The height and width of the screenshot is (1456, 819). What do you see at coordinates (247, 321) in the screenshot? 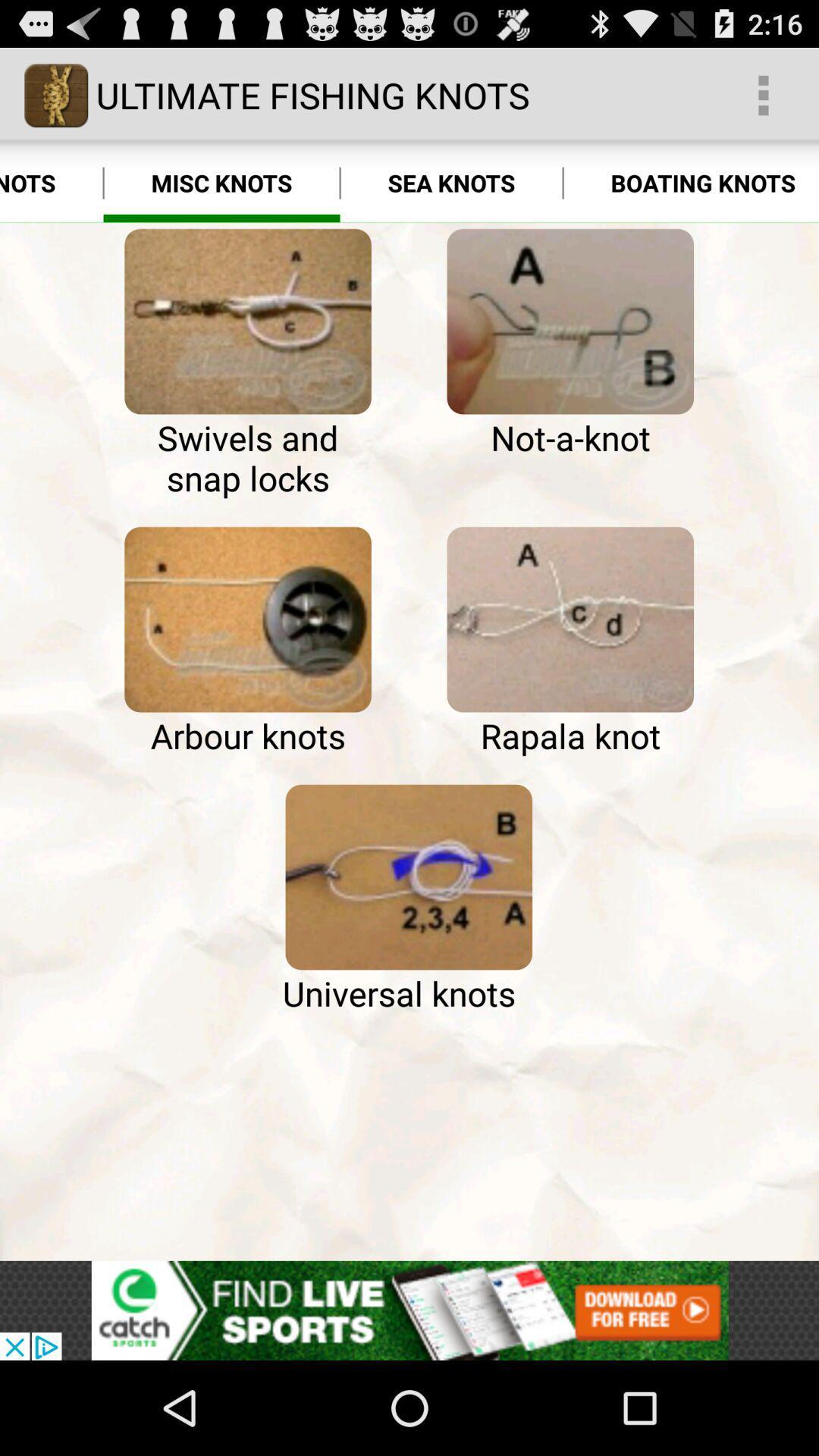
I see `see how to tie that knot` at bounding box center [247, 321].